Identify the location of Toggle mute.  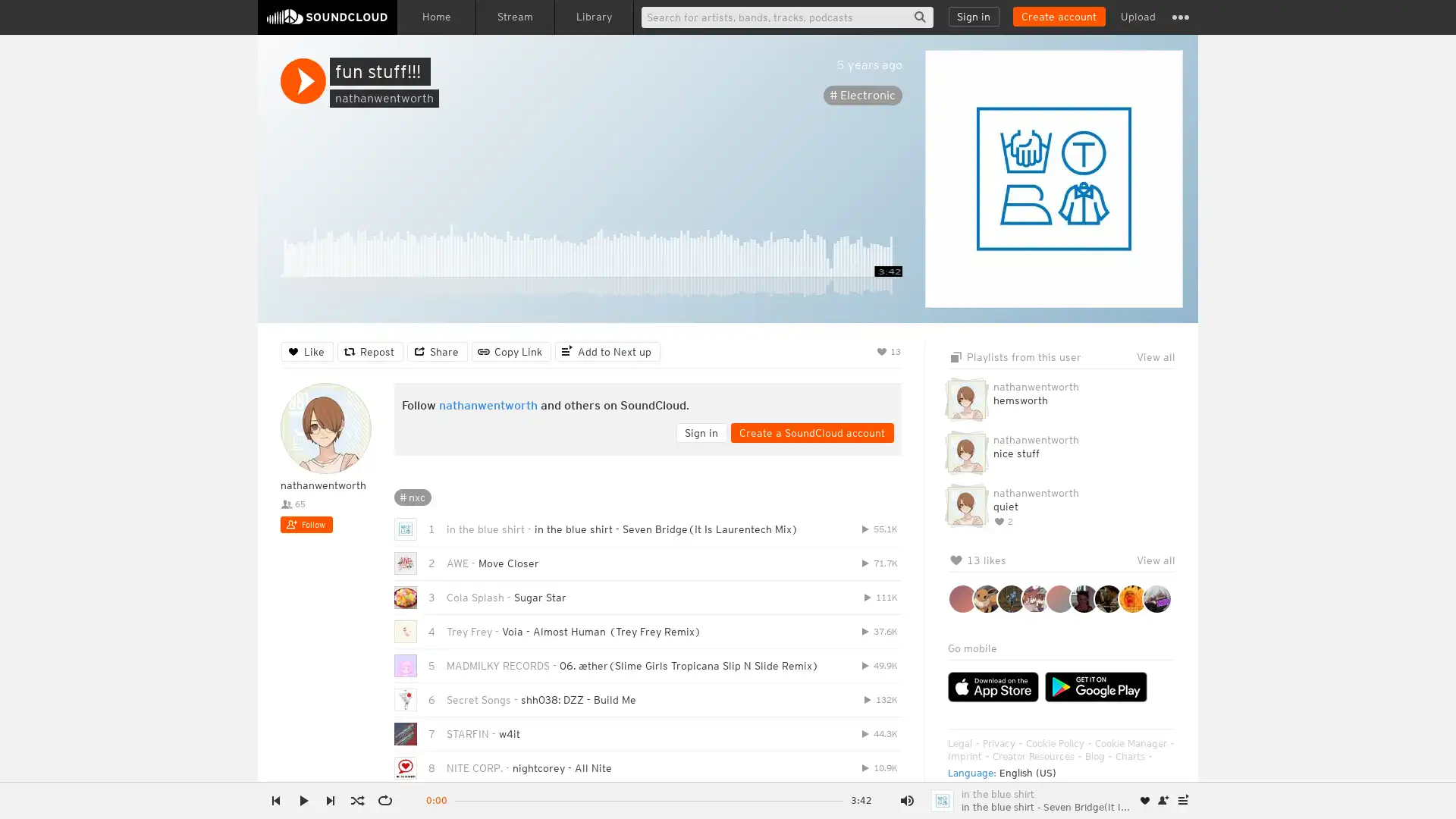
(906, 800).